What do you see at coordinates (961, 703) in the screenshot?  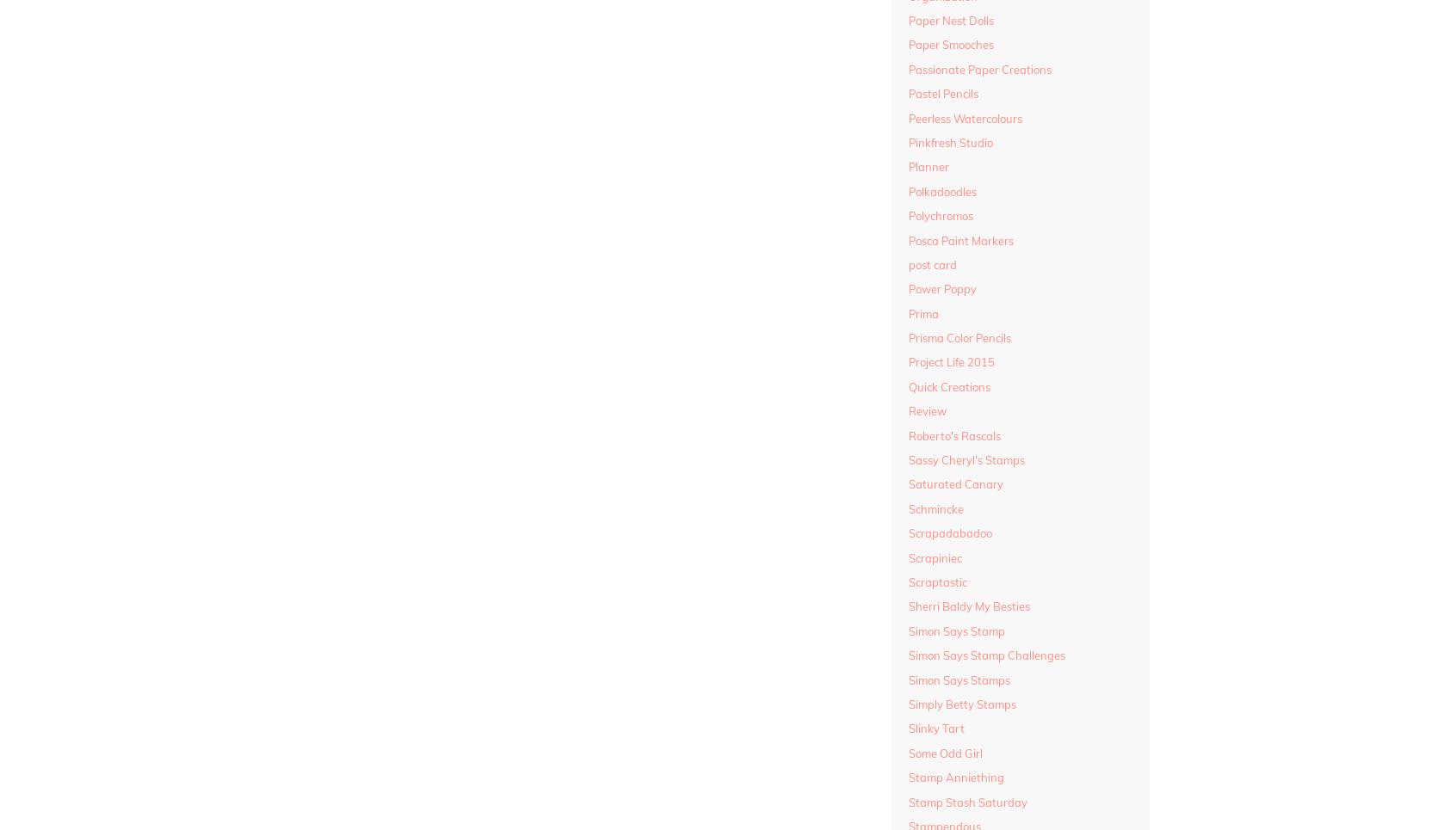 I see `'Simply Betty Stamps'` at bounding box center [961, 703].